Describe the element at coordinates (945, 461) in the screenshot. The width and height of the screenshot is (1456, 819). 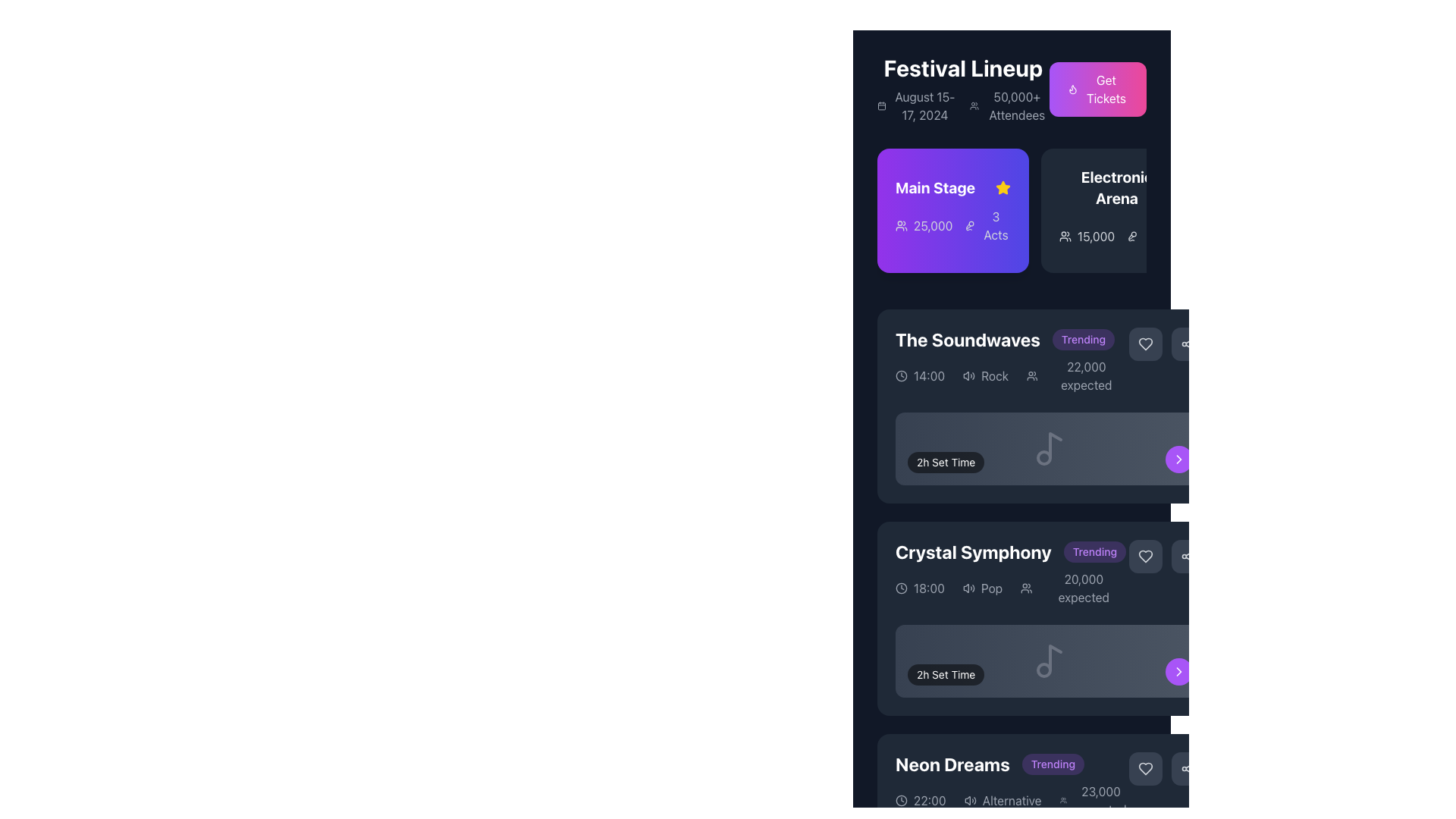
I see `the Text Label displaying the duration of the performance, which indicates '2h'` at that location.